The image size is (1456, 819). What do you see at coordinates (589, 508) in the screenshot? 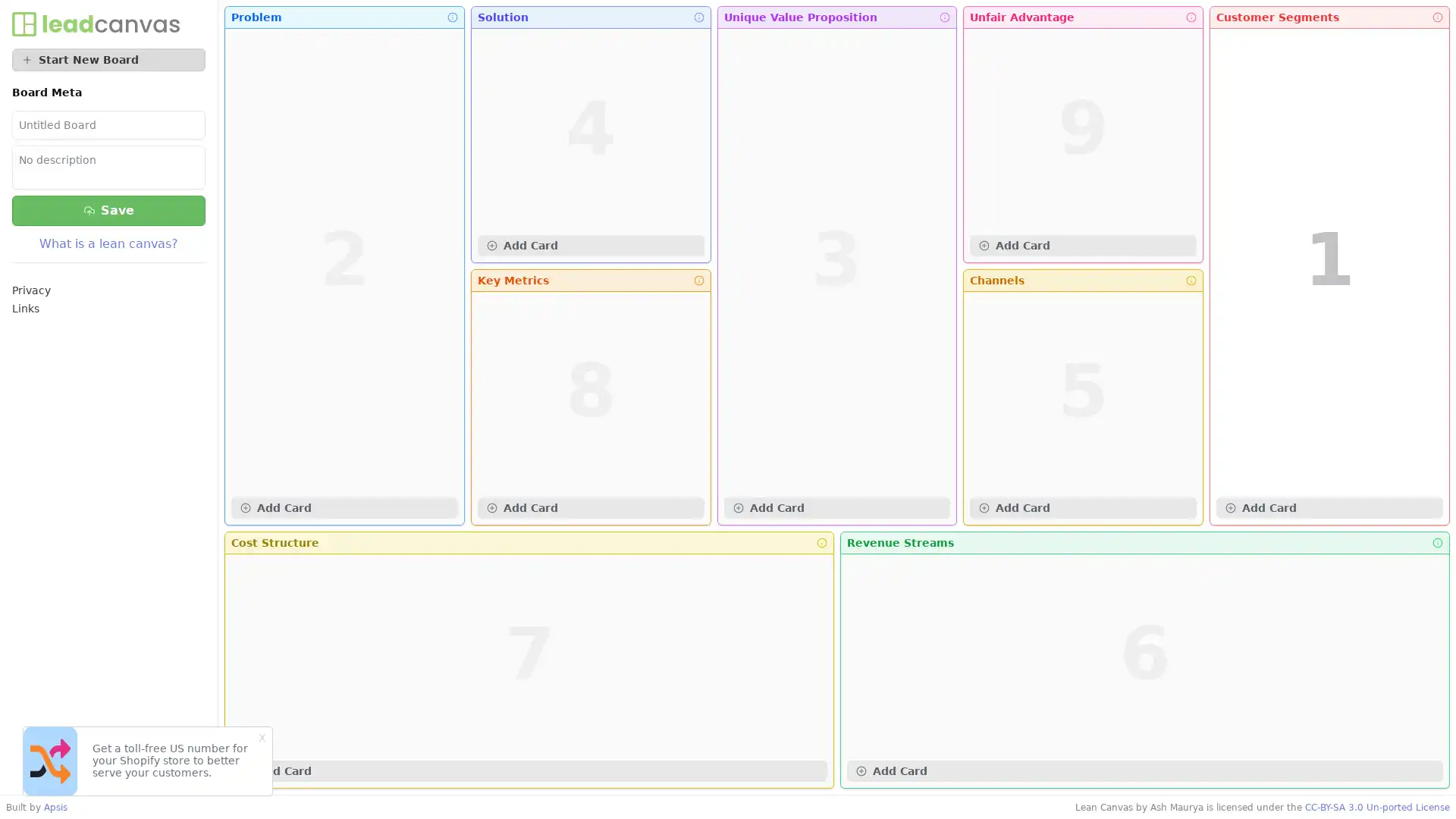
I see `Add Card` at bounding box center [589, 508].